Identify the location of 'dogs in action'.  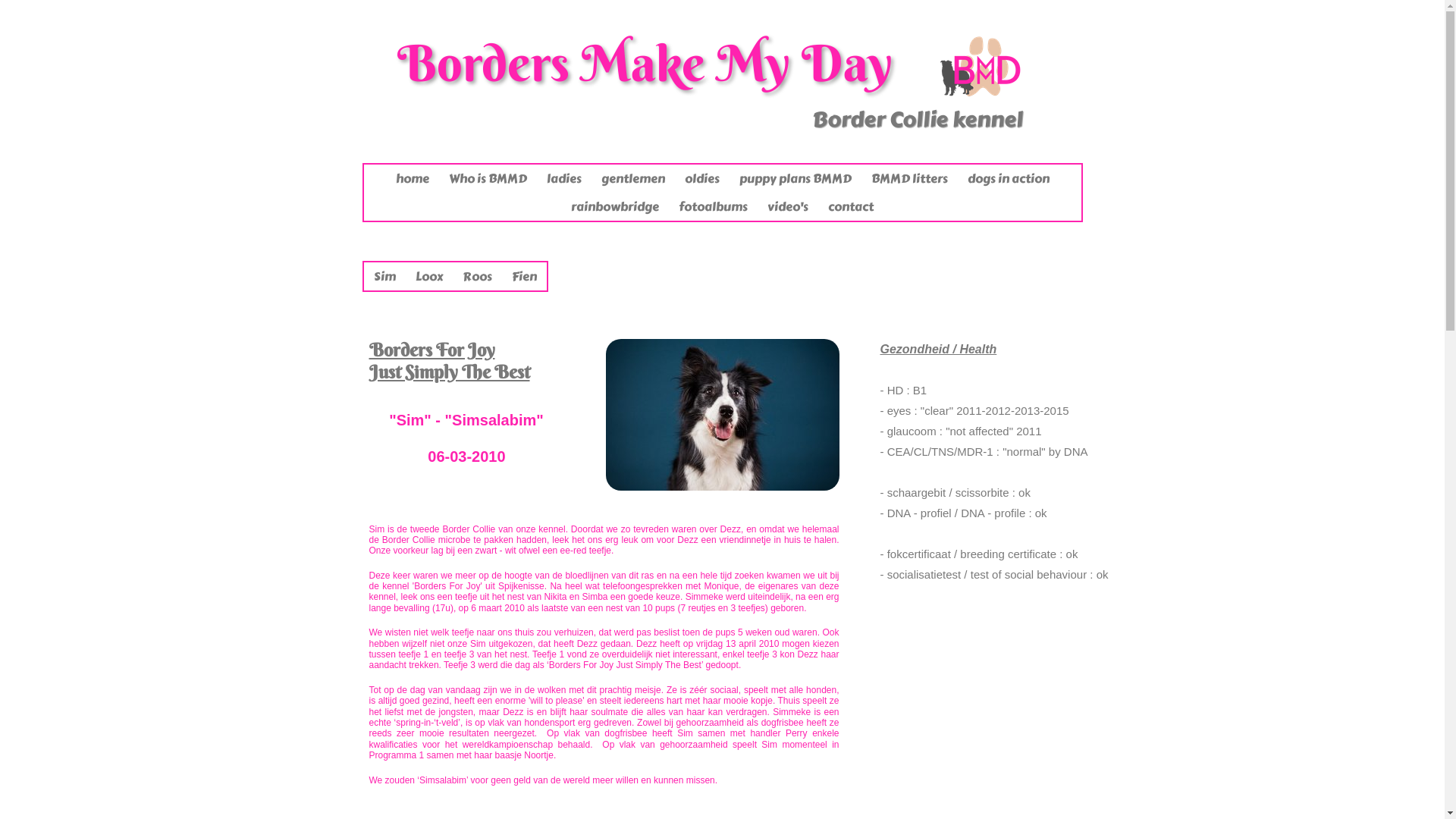
(956, 177).